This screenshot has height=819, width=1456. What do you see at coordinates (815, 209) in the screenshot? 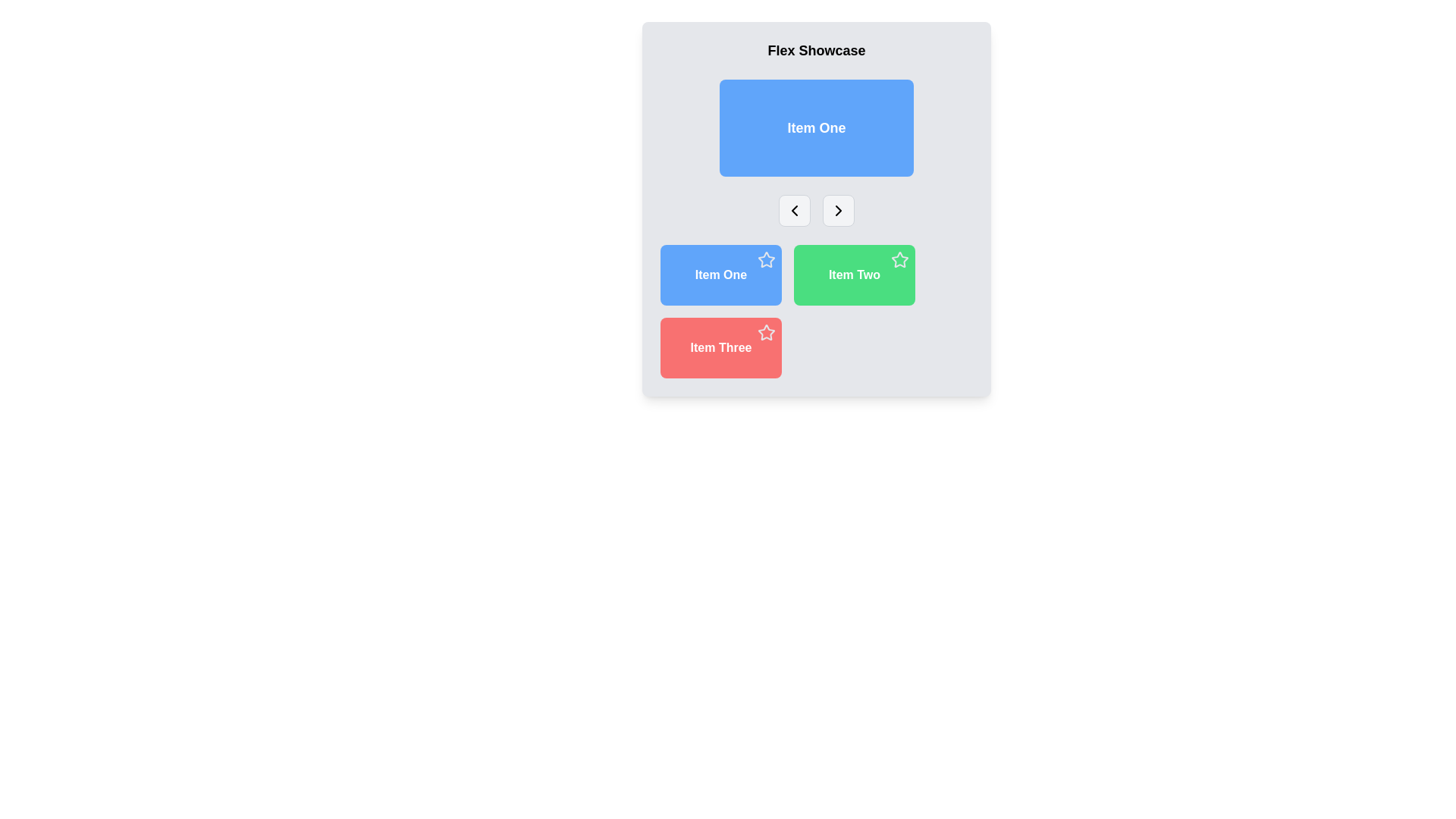
I see `information presented in the Card containing grouped elements, which includes a large blue box labeled 'Item One' and three smaller colored boxes labeled 'Item One', 'Item Two', and 'Item Three'` at bounding box center [815, 209].